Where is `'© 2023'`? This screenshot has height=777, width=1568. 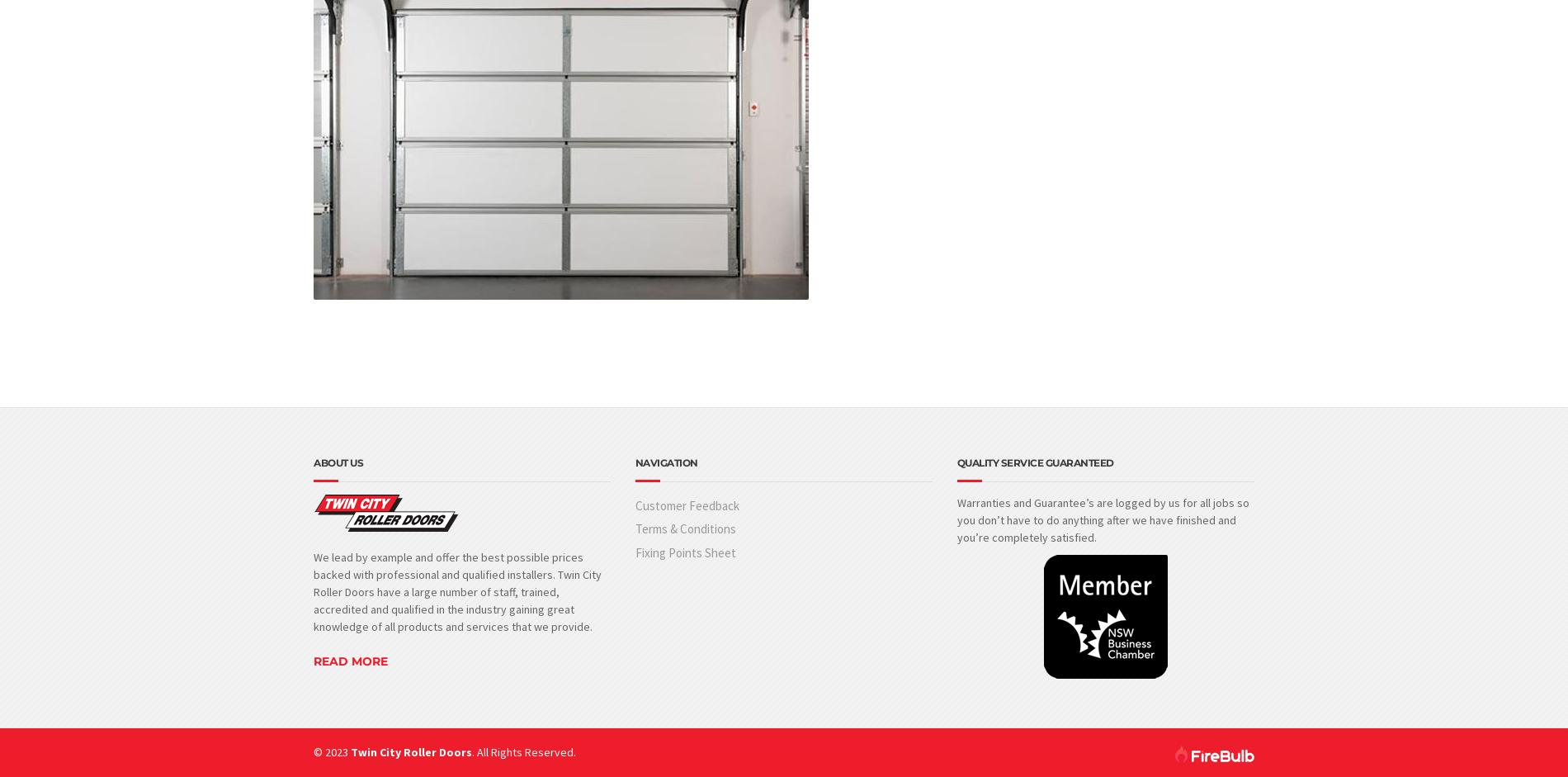 '© 2023' is located at coordinates (331, 751).